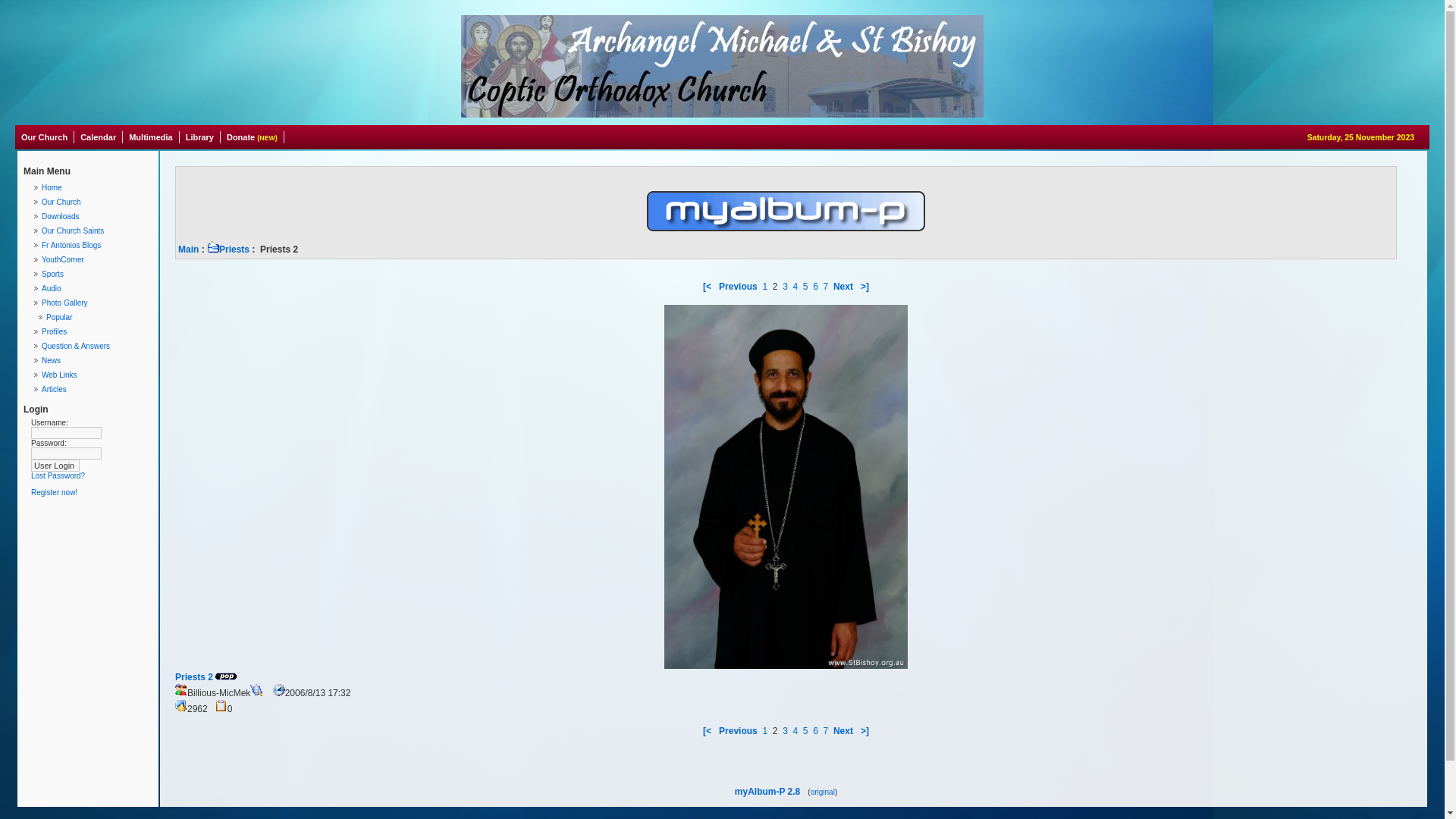 Image resolution: width=1456 pixels, height=819 pixels. Describe the element at coordinates (858, 287) in the screenshot. I see `'>]'` at that location.